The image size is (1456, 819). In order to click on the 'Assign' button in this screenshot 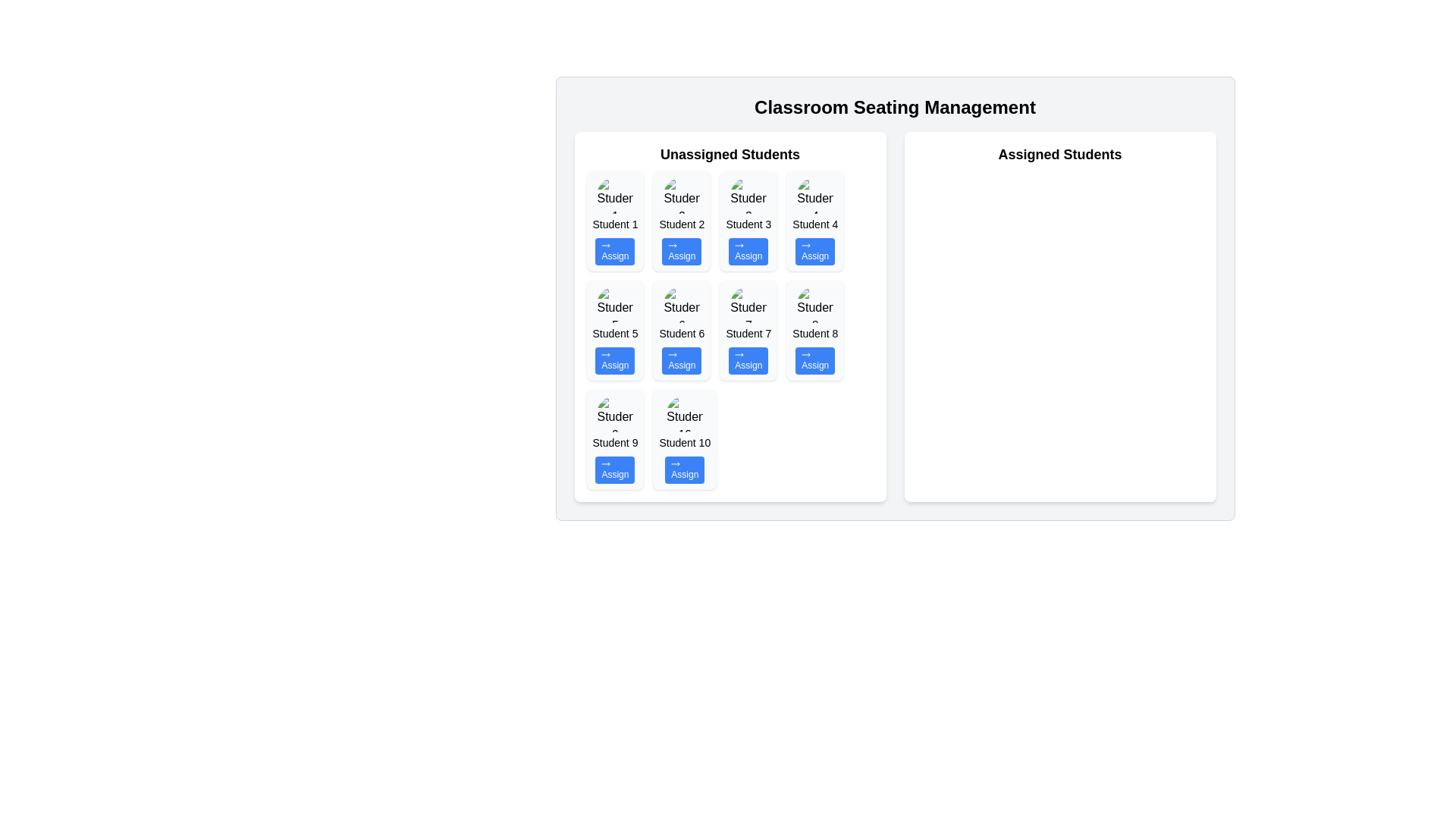, I will do `click(615, 360)`.